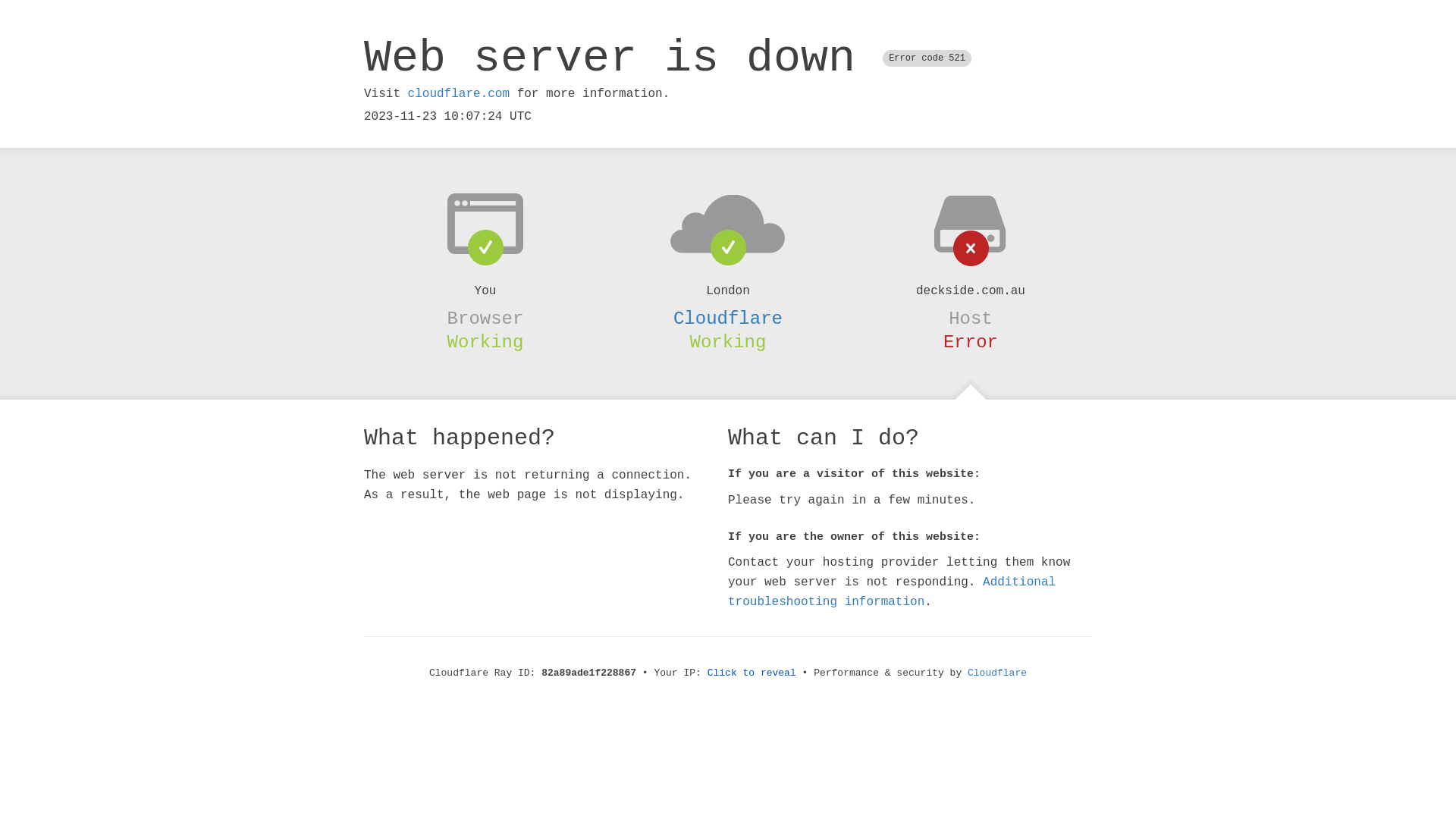 Image resolution: width=1456 pixels, height=819 pixels. Describe the element at coordinates (673, 318) in the screenshot. I see `'Cloudflare'` at that location.